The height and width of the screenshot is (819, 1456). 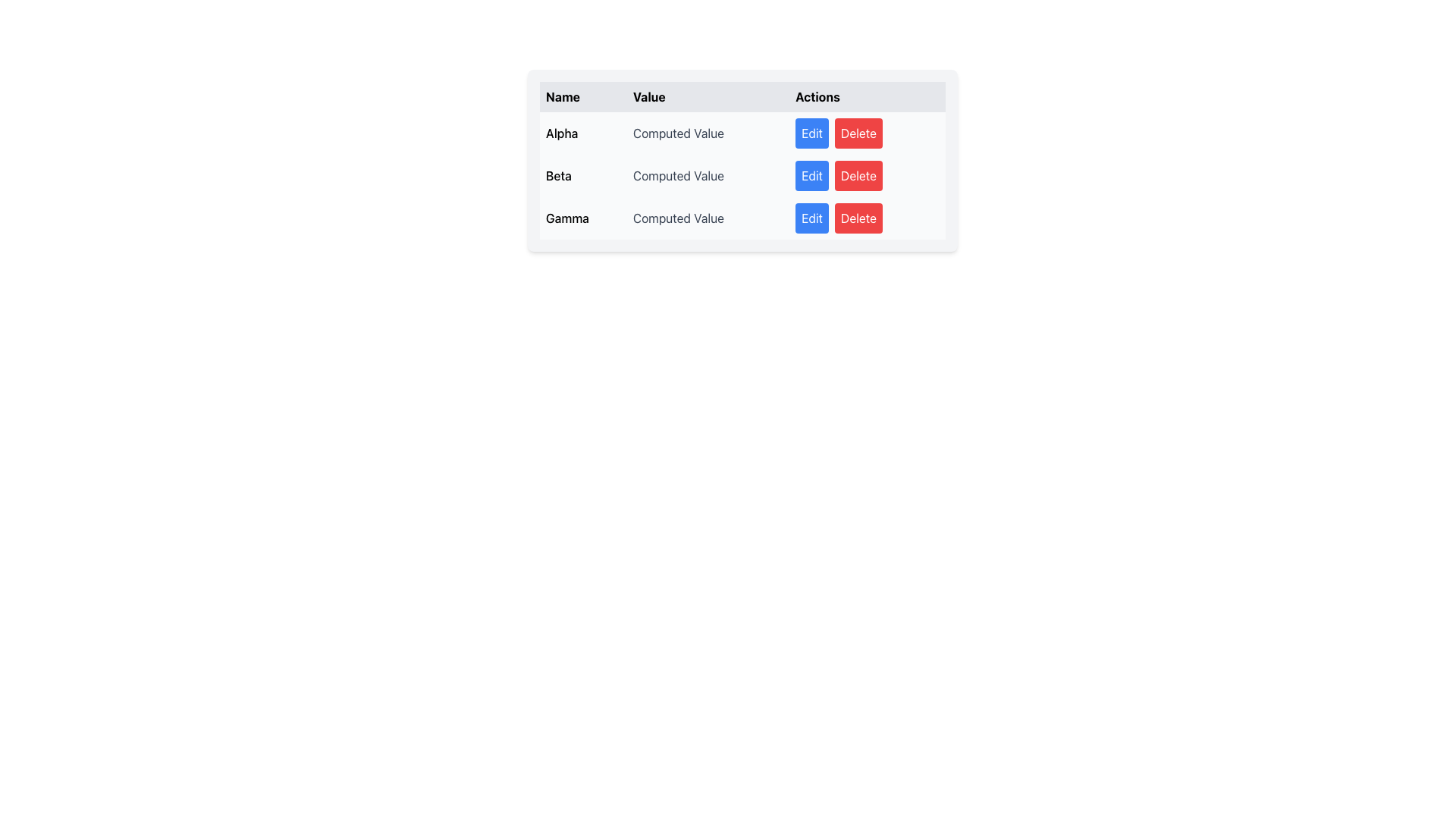 What do you see at coordinates (811, 174) in the screenshot?
I see `the blue button labeled 'Edit' in the 'Actions' column of the second row of the table for navigation` at bounding box center [811, 174].